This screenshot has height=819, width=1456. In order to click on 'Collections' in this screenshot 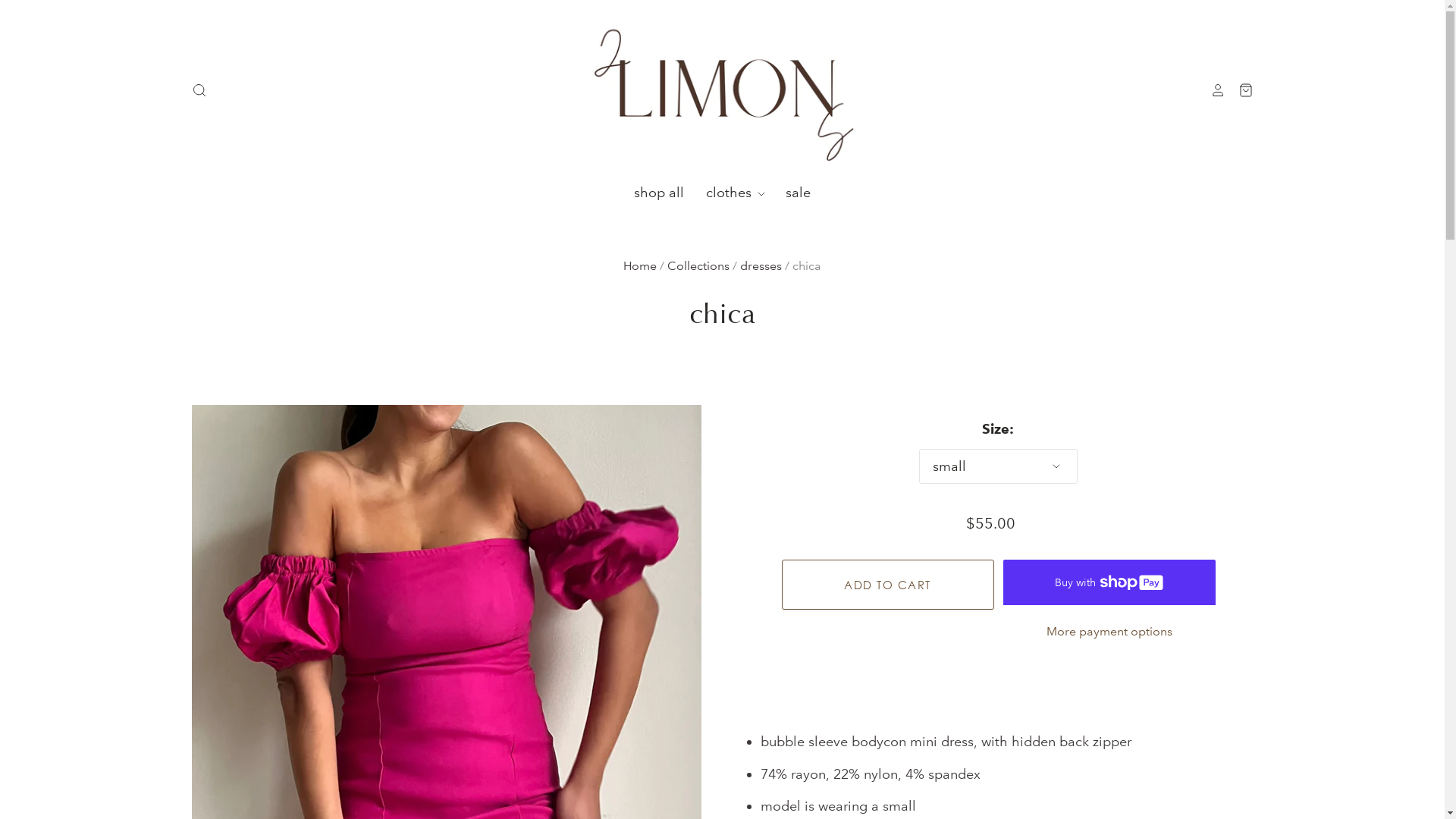, I will do `click(698, 265)`.